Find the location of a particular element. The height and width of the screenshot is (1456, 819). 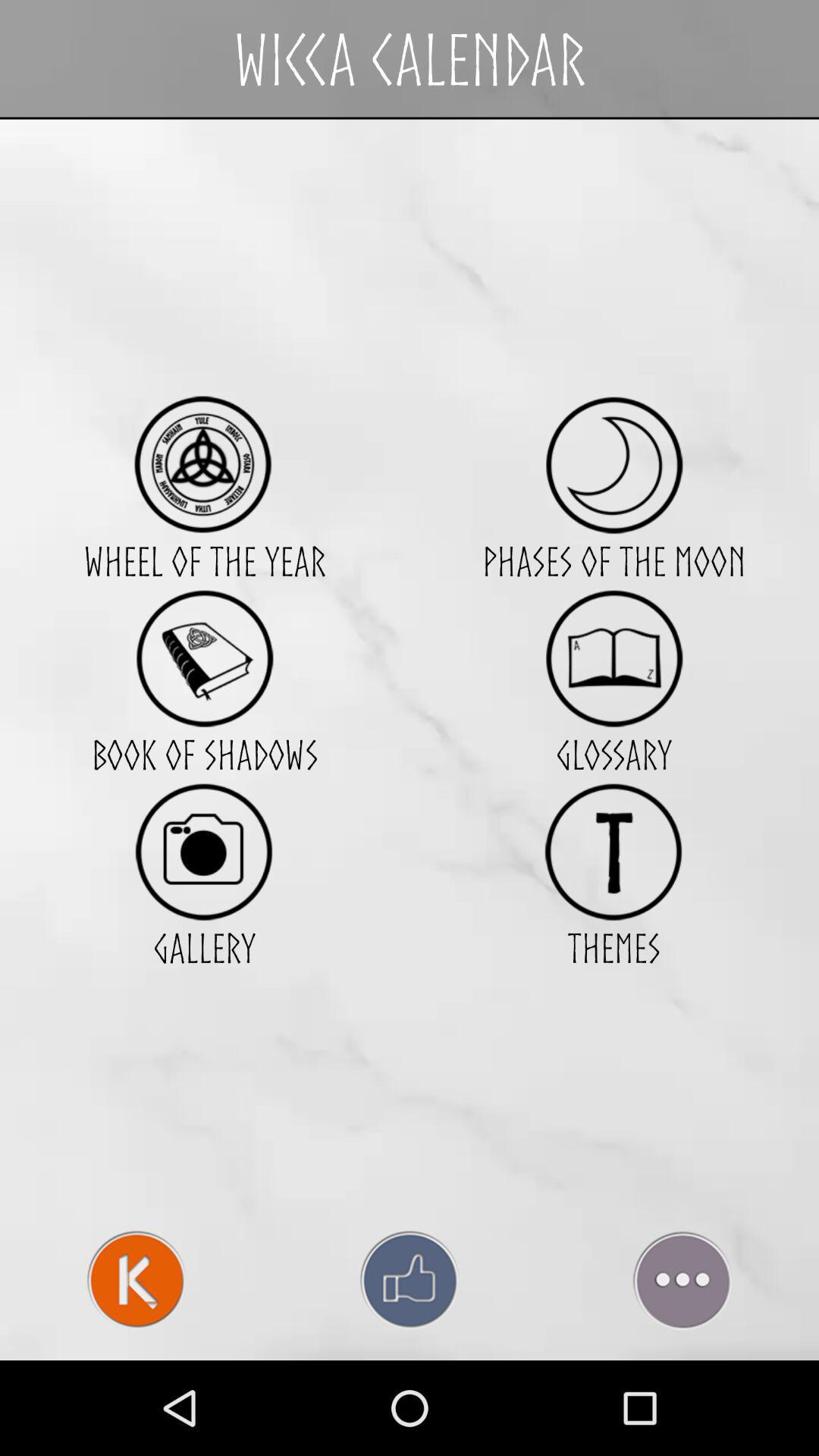

access notes in book of shadows is located at coordinates (203, 658).